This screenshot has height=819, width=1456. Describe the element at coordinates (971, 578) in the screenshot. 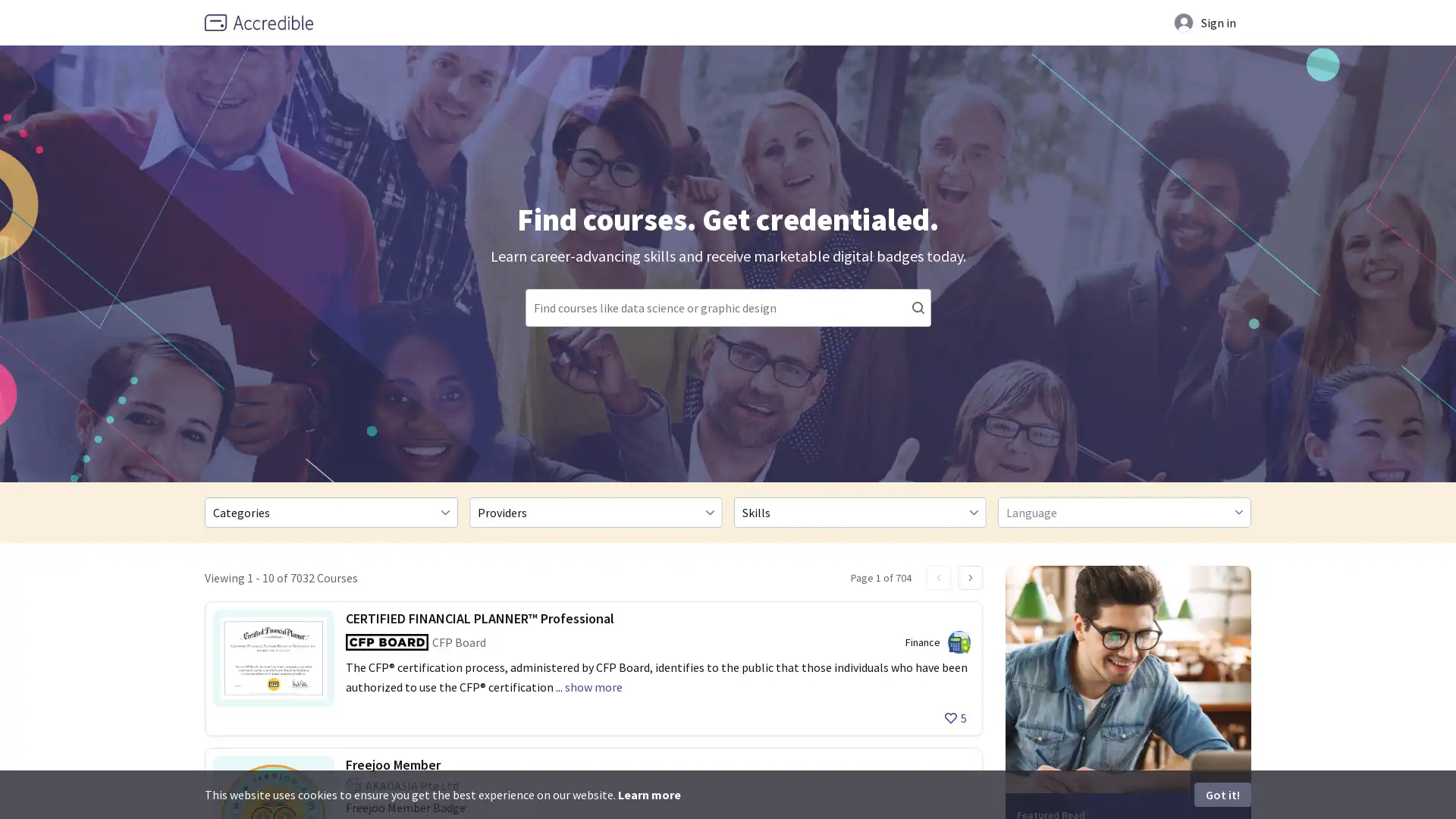

I see `Next` at that location.